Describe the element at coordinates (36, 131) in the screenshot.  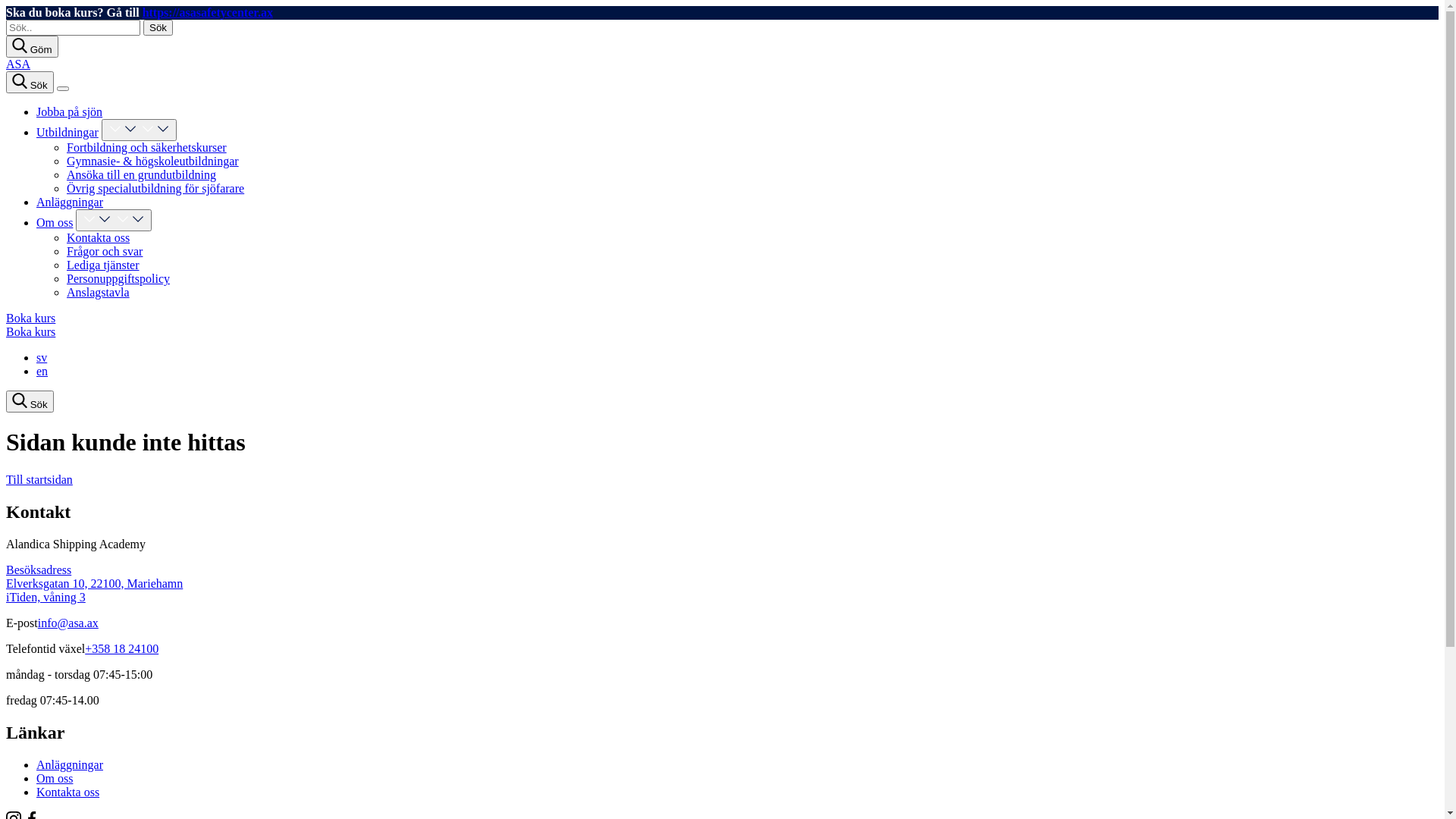
I see `'Utbildningar'` at that location.